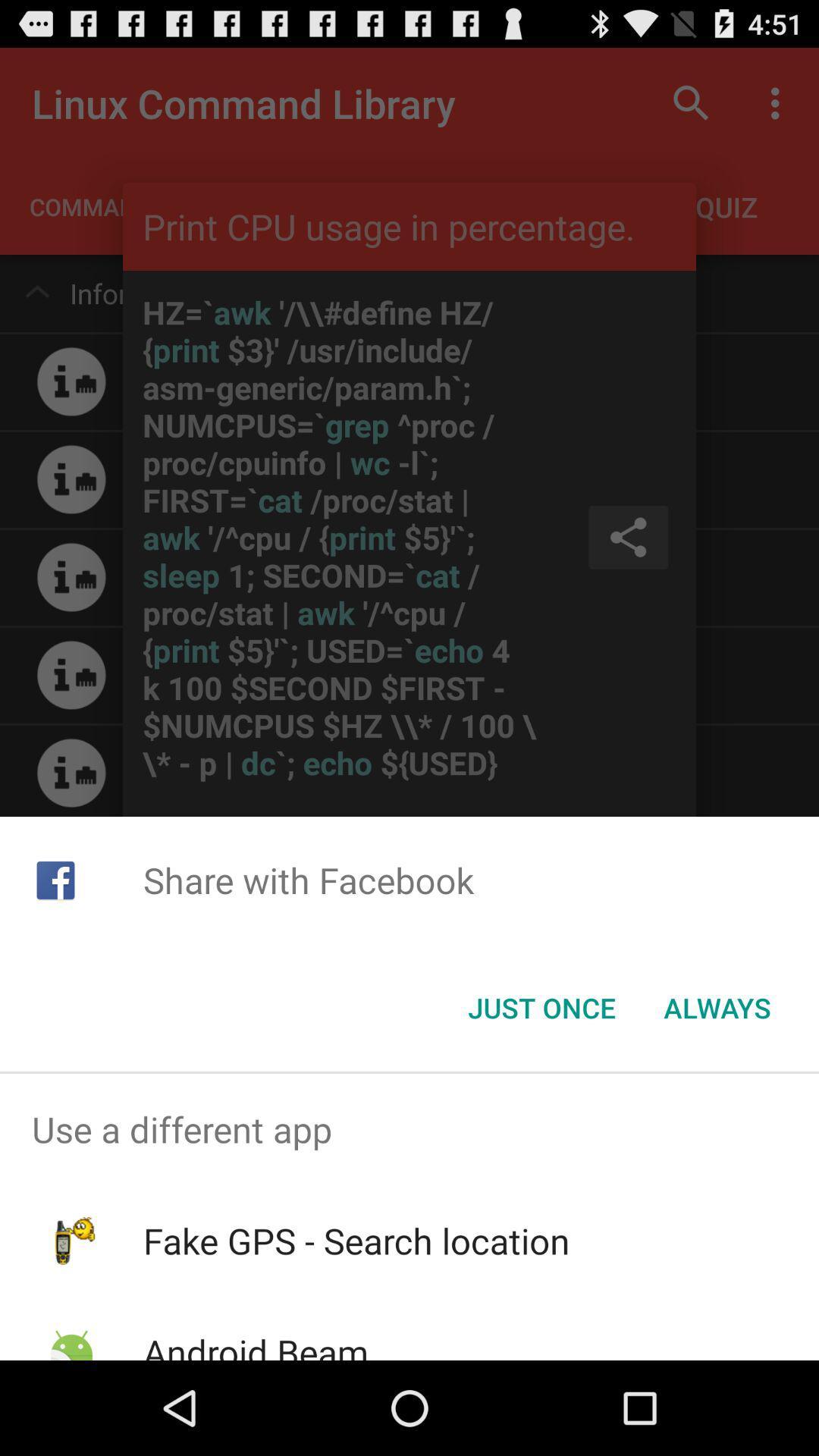 The width and height of the screenshot is (819, 1456). I want to click on app below use a different item, so click(356, 1241).